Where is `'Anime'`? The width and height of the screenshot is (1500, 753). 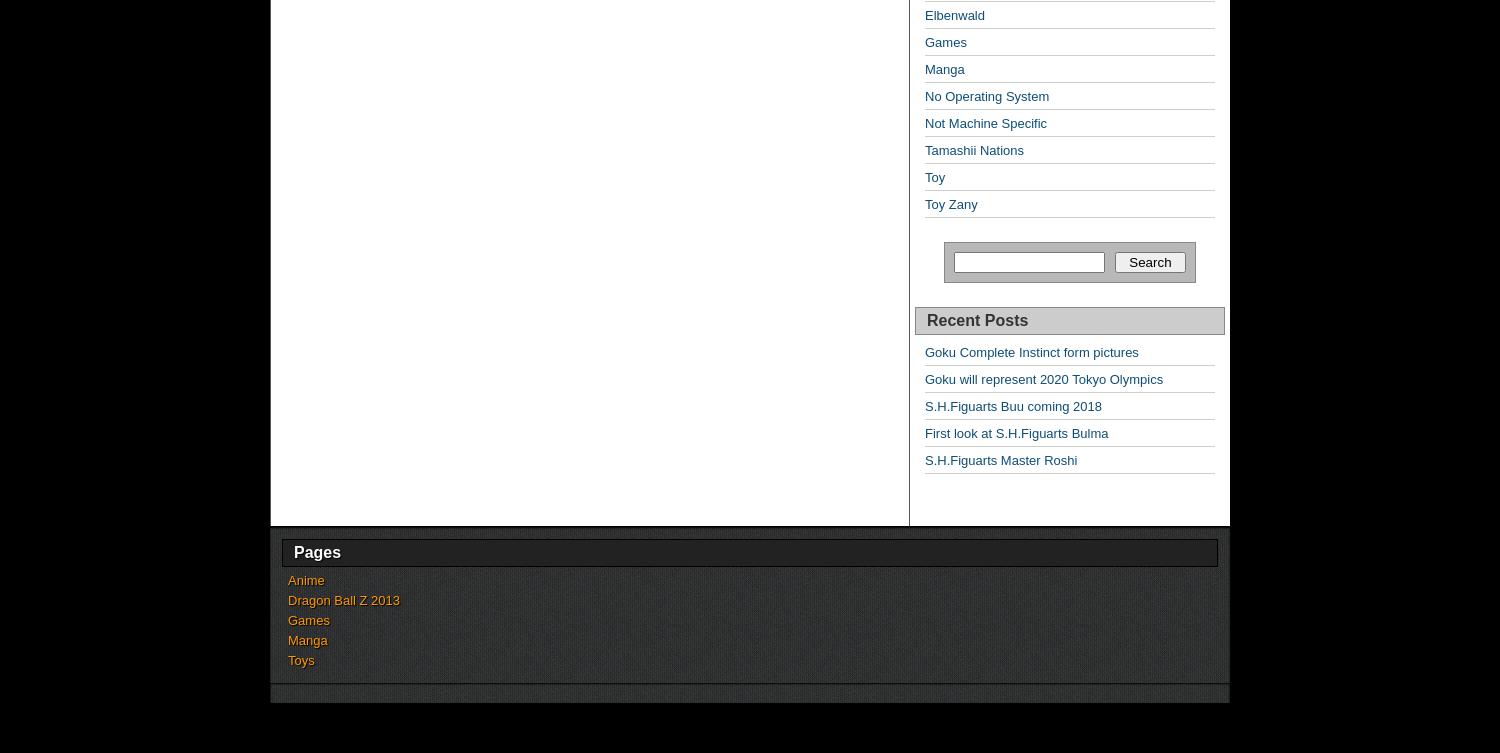
'Anime' is located at coordinates (288, 580).